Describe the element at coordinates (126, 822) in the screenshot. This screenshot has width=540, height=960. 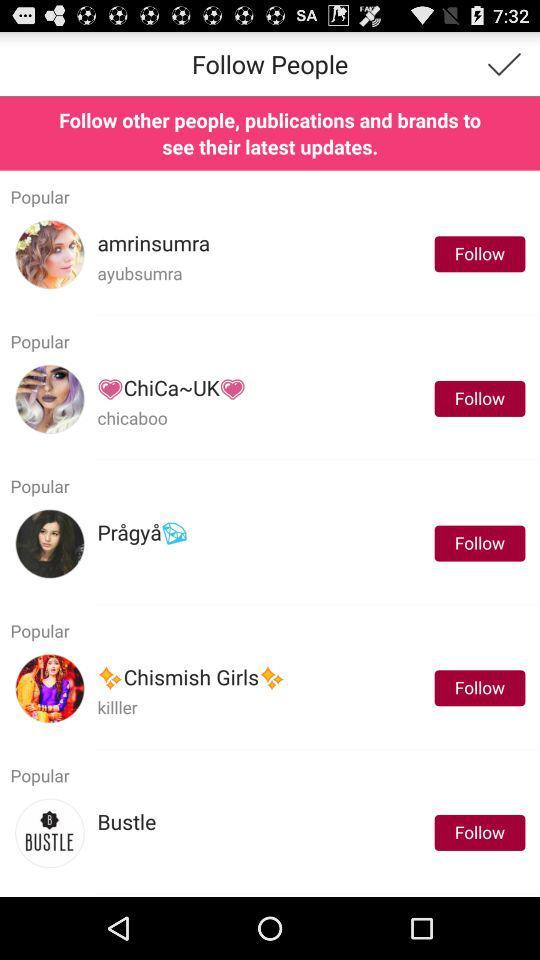
I see `the icon next to follow` at that location.